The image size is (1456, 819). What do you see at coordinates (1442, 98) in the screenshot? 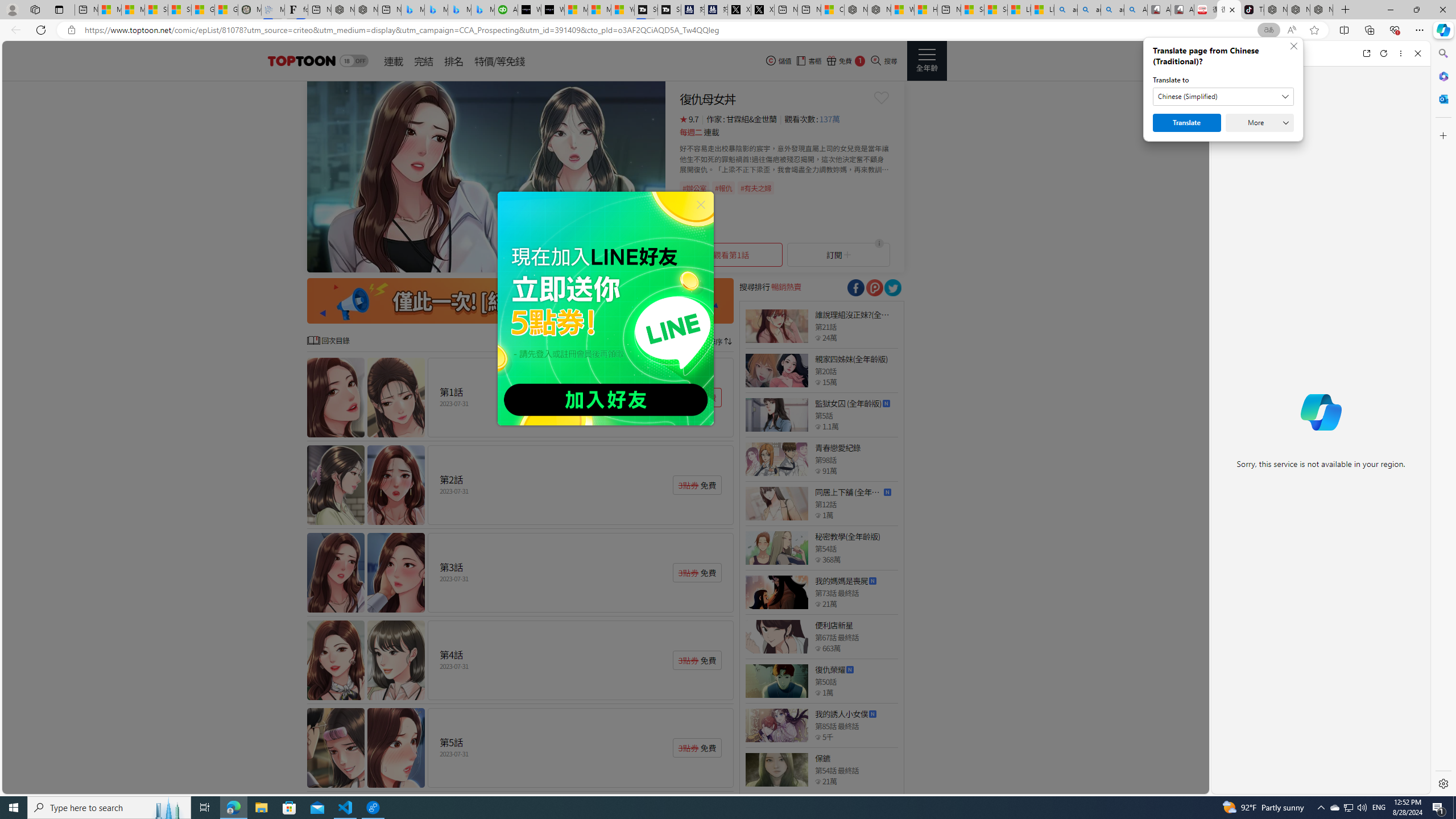
I see `'Outlook'` at bounding box center [1442, 98].